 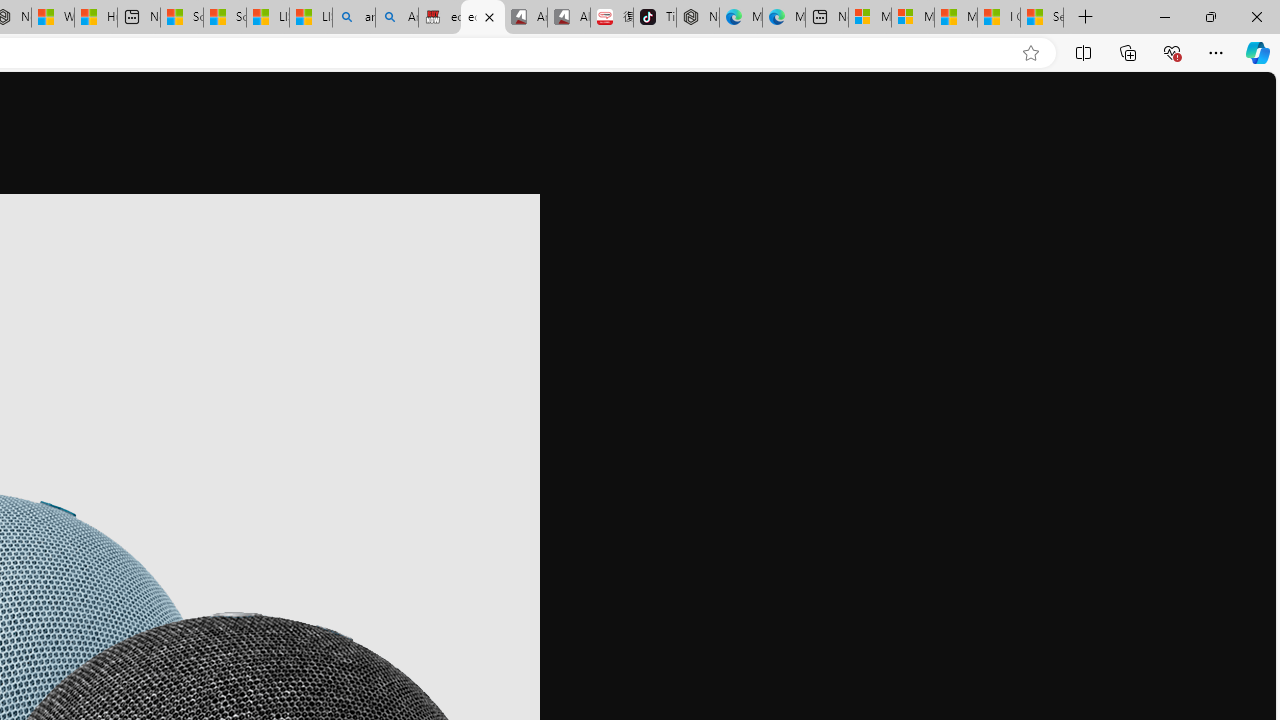 What do you see at coordinates (567, 17) in the screenshot?
I see `'All Cubot phones'` at bounding box center [567, 17].